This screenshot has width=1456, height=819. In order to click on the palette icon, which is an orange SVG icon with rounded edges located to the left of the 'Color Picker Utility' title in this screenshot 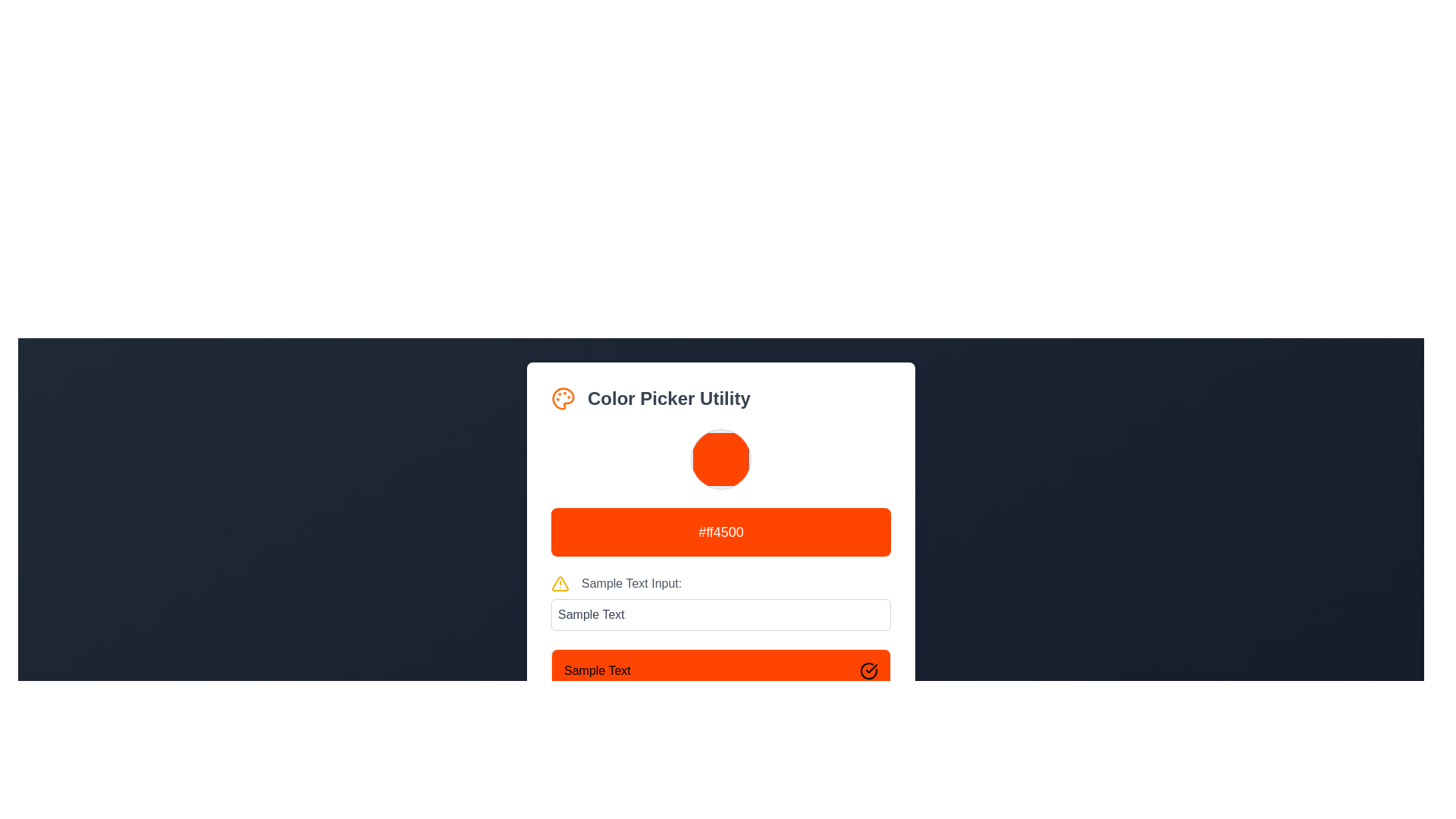, I will do `click(563, 397)`.